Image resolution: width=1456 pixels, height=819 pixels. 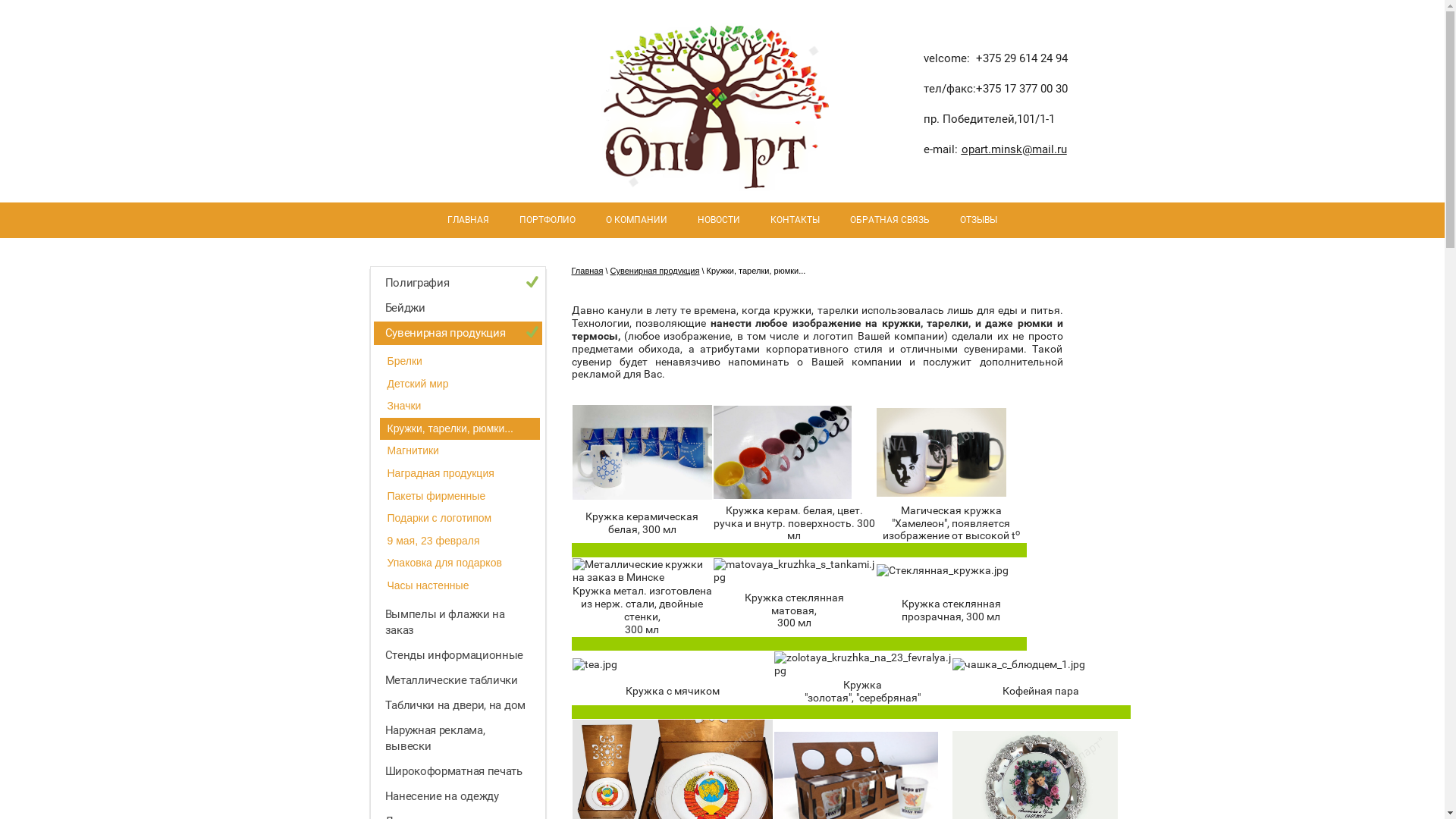 I want to click on 'opart.minsk@mail.ru', so click(x=1014, y=149).